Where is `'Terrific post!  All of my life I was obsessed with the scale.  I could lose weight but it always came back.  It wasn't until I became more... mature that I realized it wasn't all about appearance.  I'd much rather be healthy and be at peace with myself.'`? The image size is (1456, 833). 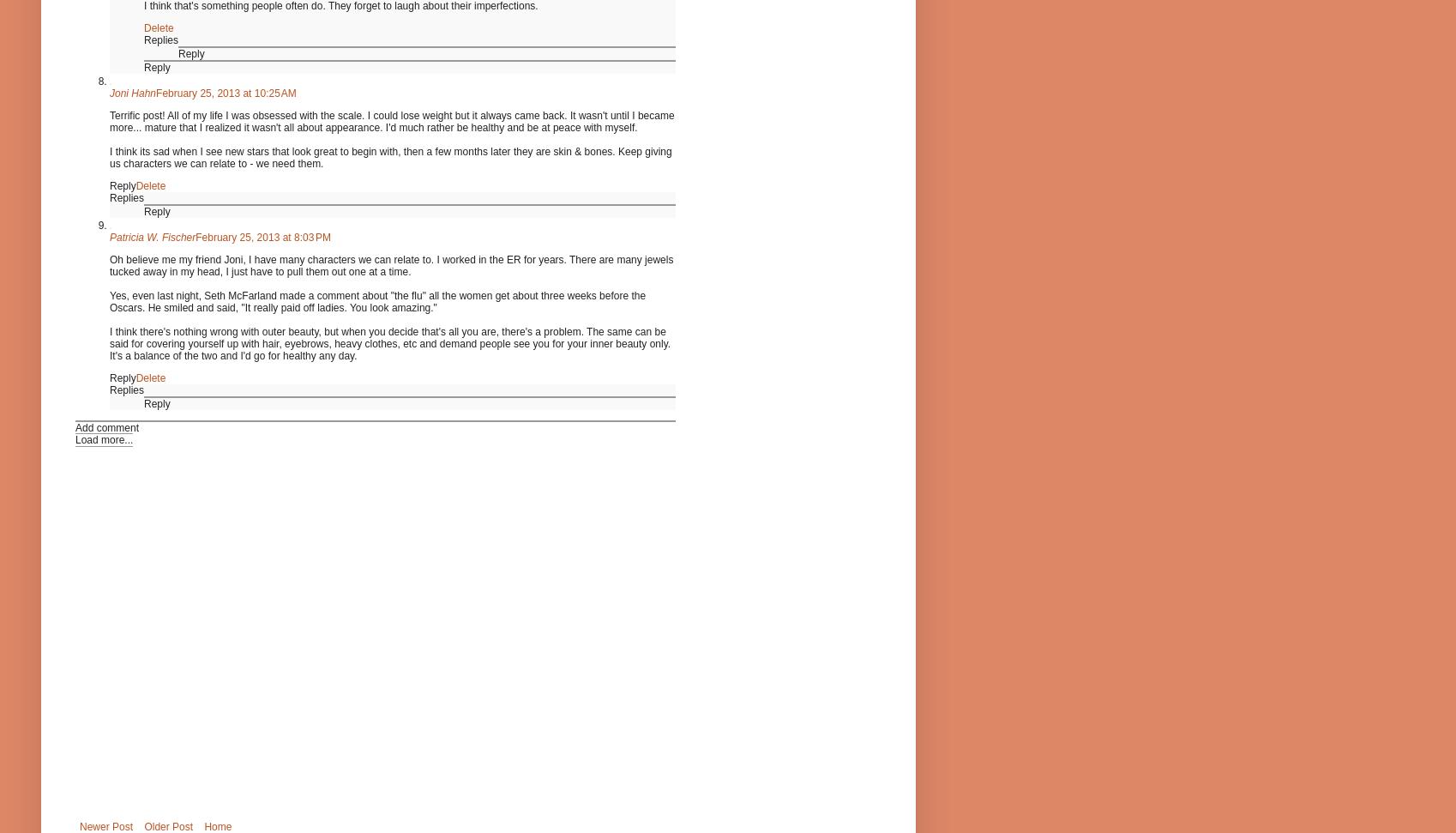
'Terrific post!  All of my life I was obsessed with the scale.  I could lose weight but it always came back.  It wasn't until I became more... mature that I realized it wasn't all about appearance.  I'd much rather be healthy and be at peace with myself.' is located at coordinates (390, 120).